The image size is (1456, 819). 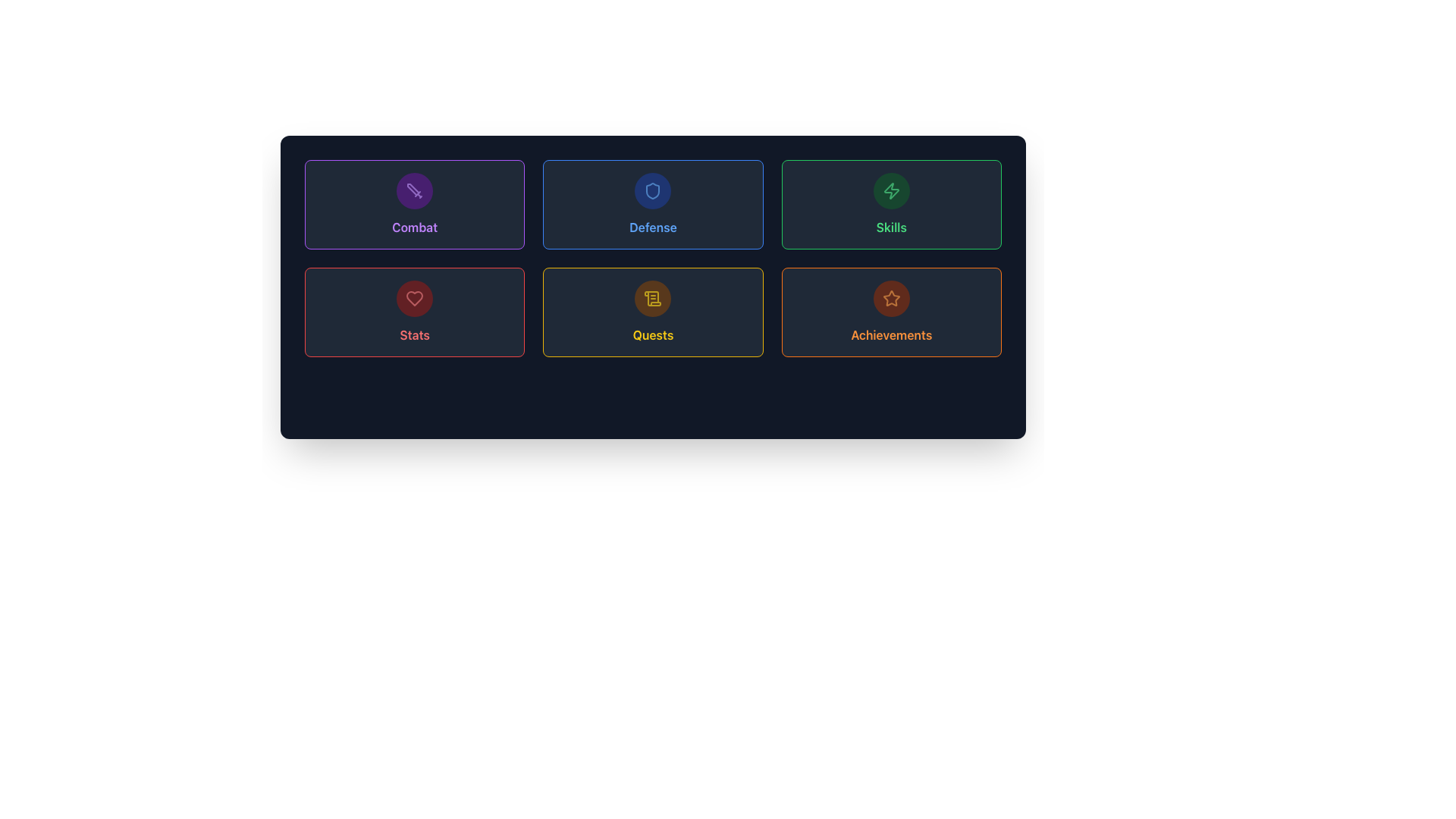 What do you see at coordinates (891, 190) in the screenshot?
I see `the circular icon with a green background and a lightning bolt graphic, located within the 'Skills' panel in the top-right corner of the grid layout` at bounding box center [891, 190].